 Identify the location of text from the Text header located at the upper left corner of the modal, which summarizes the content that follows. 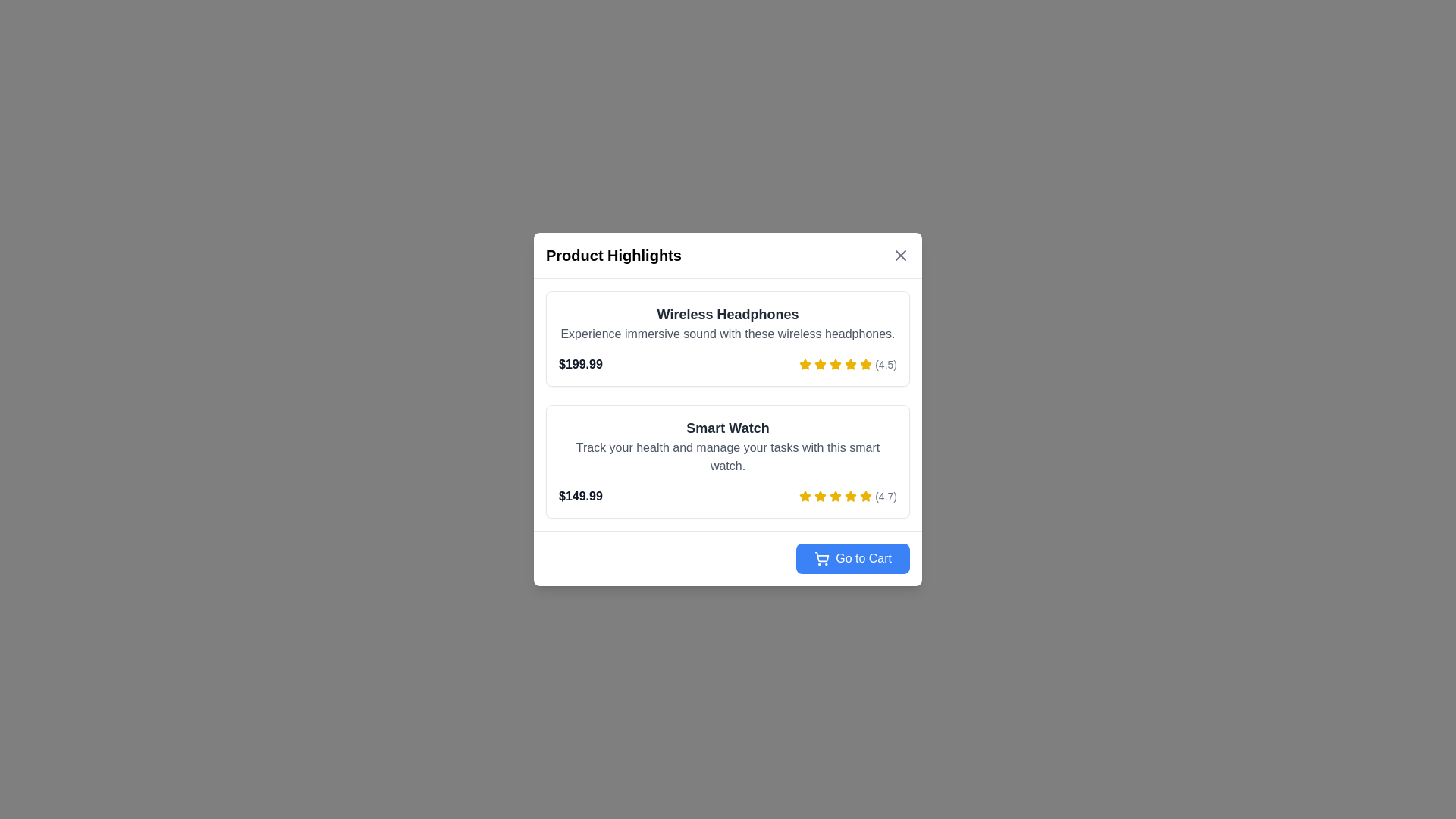
(613, 254).